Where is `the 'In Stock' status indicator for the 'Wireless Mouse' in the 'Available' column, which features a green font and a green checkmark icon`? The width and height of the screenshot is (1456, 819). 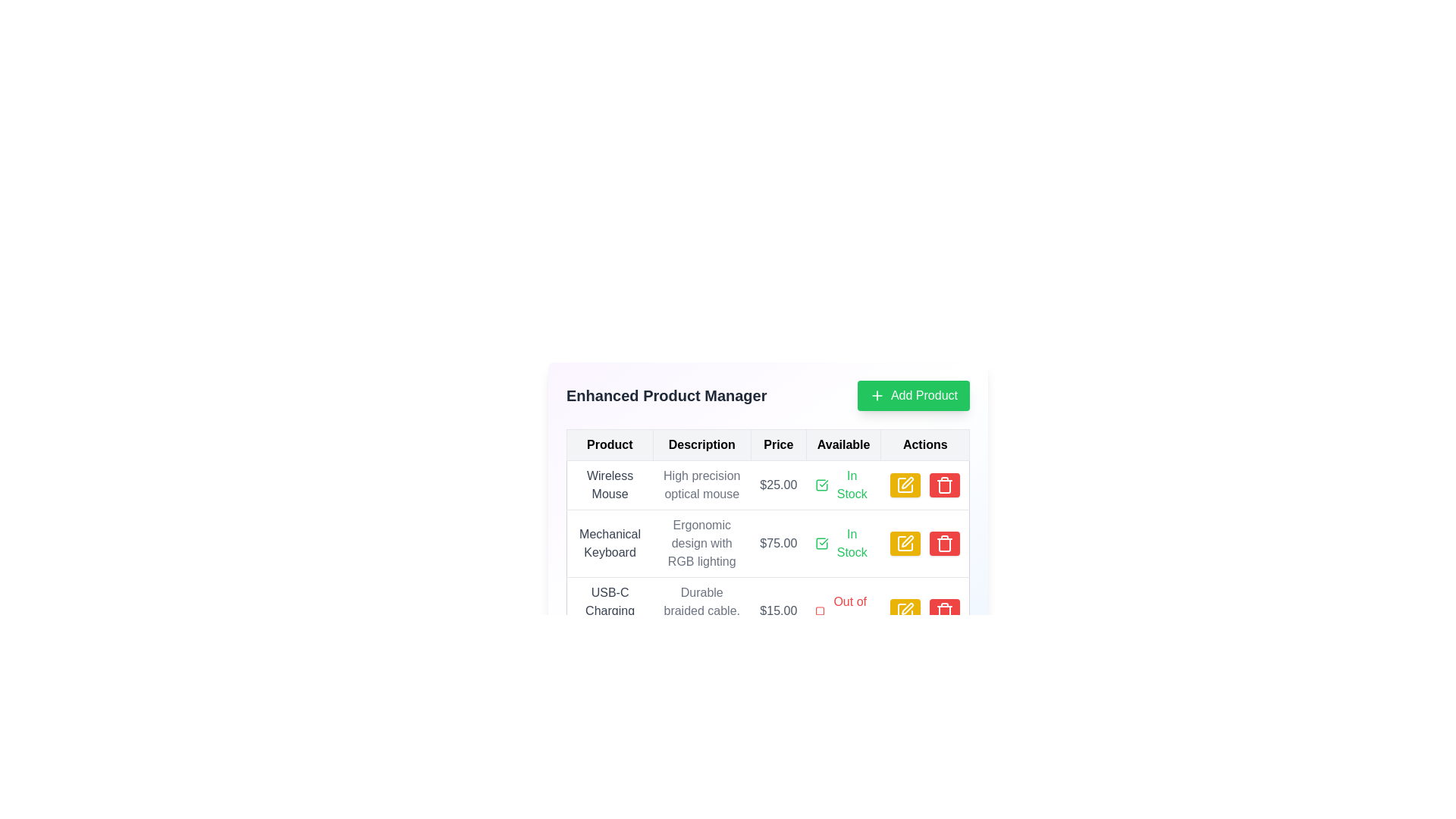
the 'In Stock' status indicator for the 'Wireless Mouse' in the 'Available' column, which features a green font and a green checkmark icon is located at coordinates (843, 485).